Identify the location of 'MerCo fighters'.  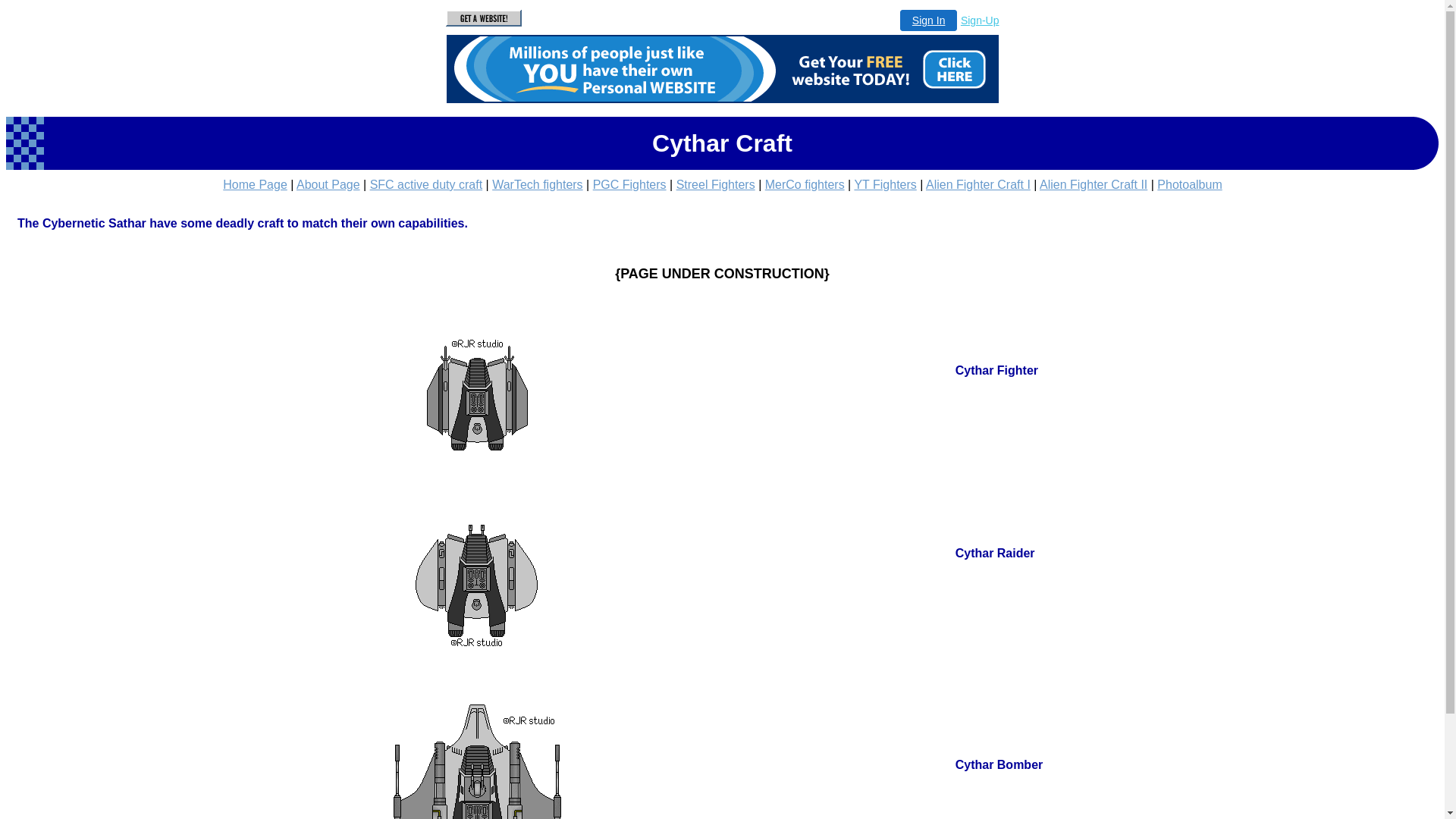
(804, 184).